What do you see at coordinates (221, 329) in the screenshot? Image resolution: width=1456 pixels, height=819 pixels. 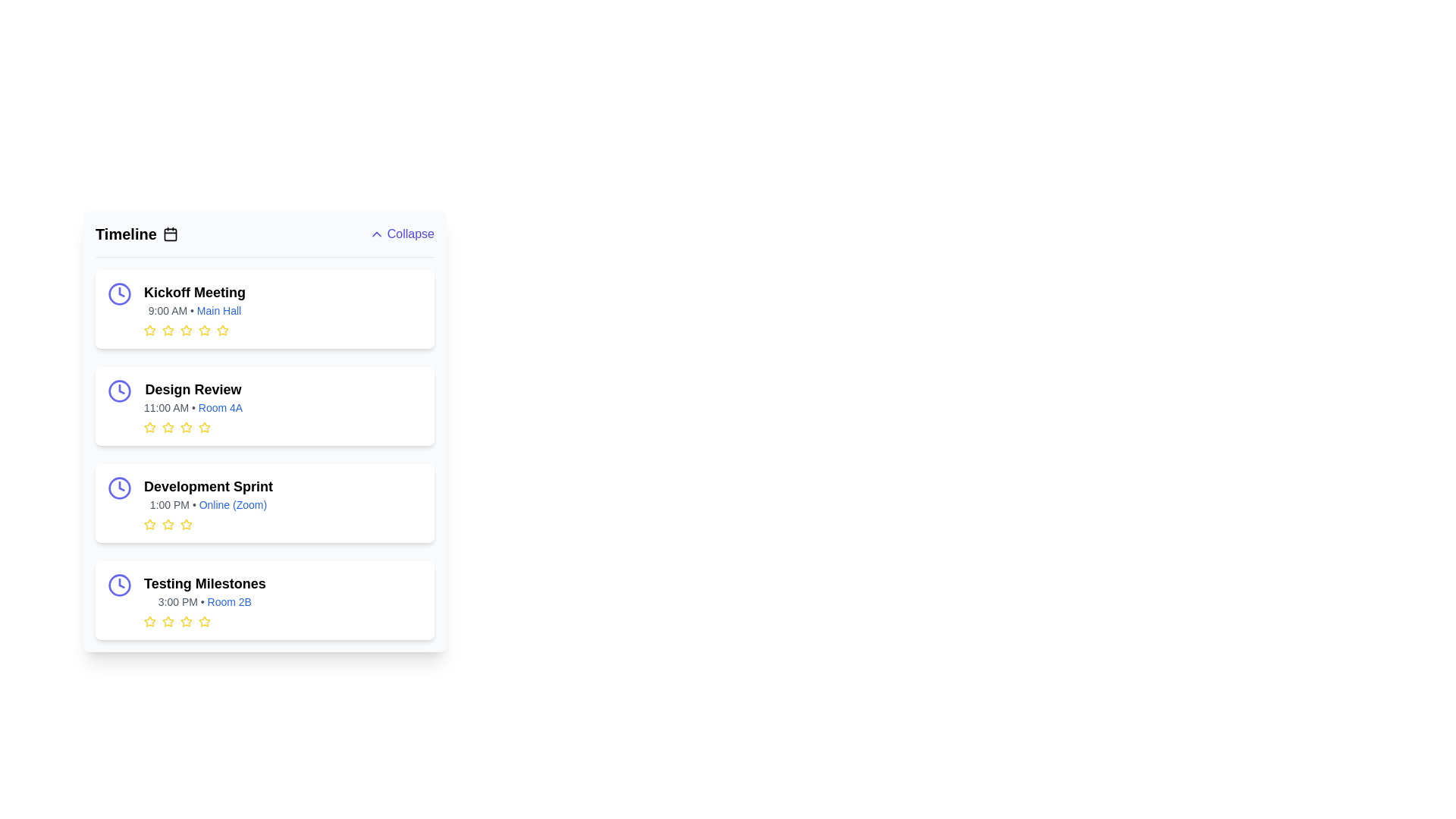 I see `the first rating star for the 'Kickoff Meeting' event` at bounding box center [221, 329].